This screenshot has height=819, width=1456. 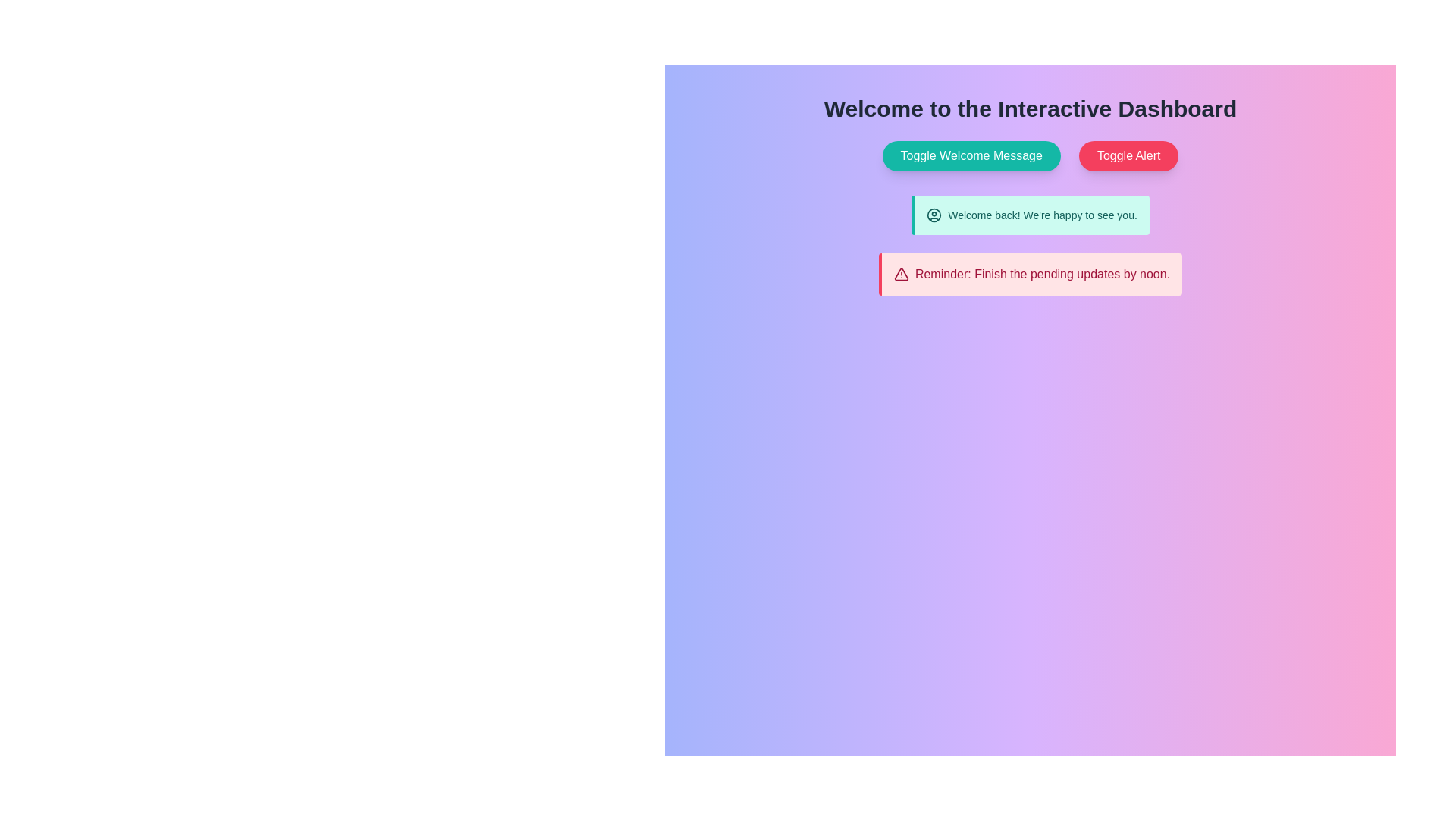 What do you see at coordinates (1031, 215) in the screenshot?
I see `the welcoming message text element inside the teal-themed rectangular box` at bounding box center [1031, 215].